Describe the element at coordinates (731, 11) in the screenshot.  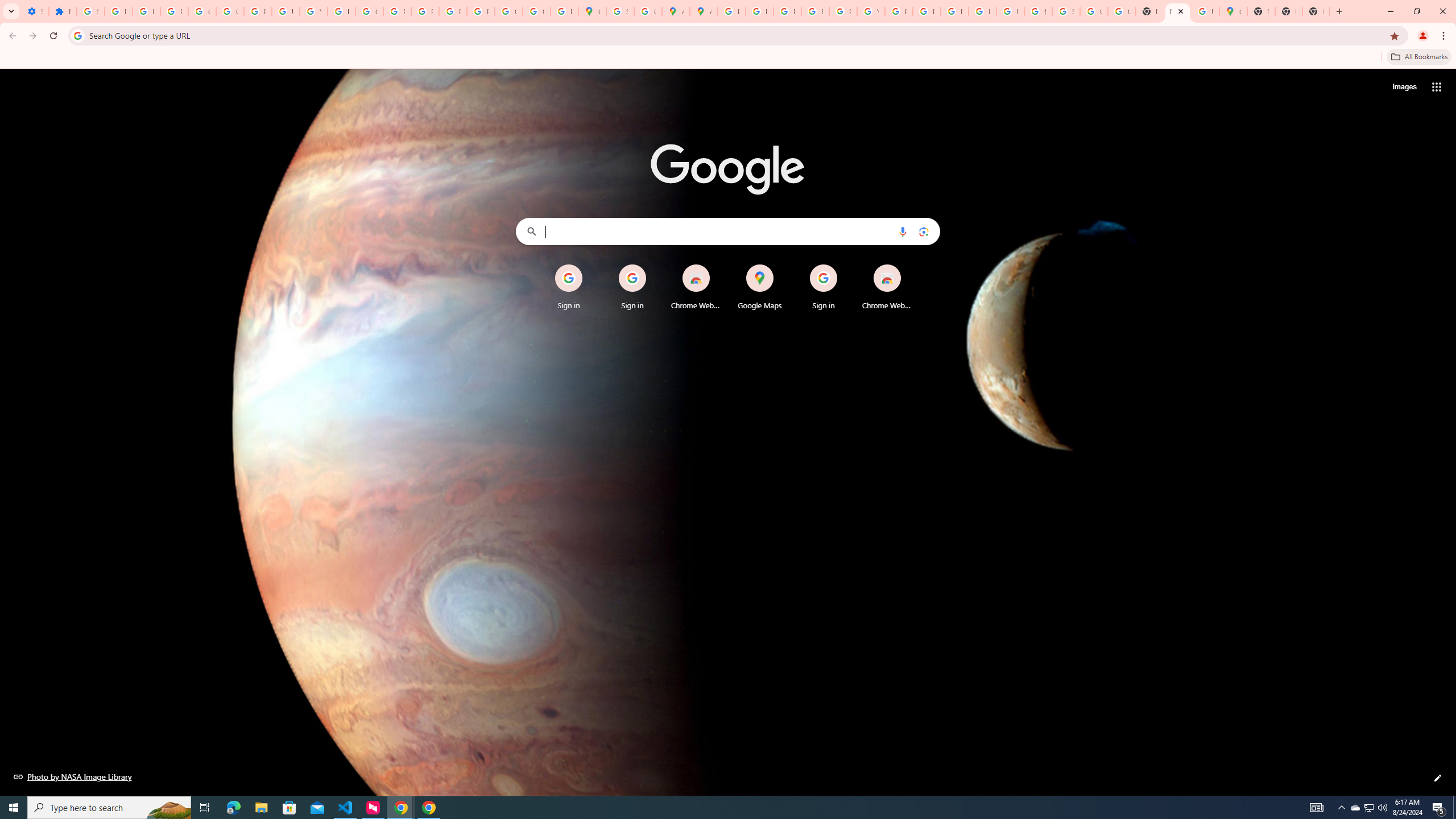
I see `'Policy Accountability and Transparency - Transparency Center'` at that location.